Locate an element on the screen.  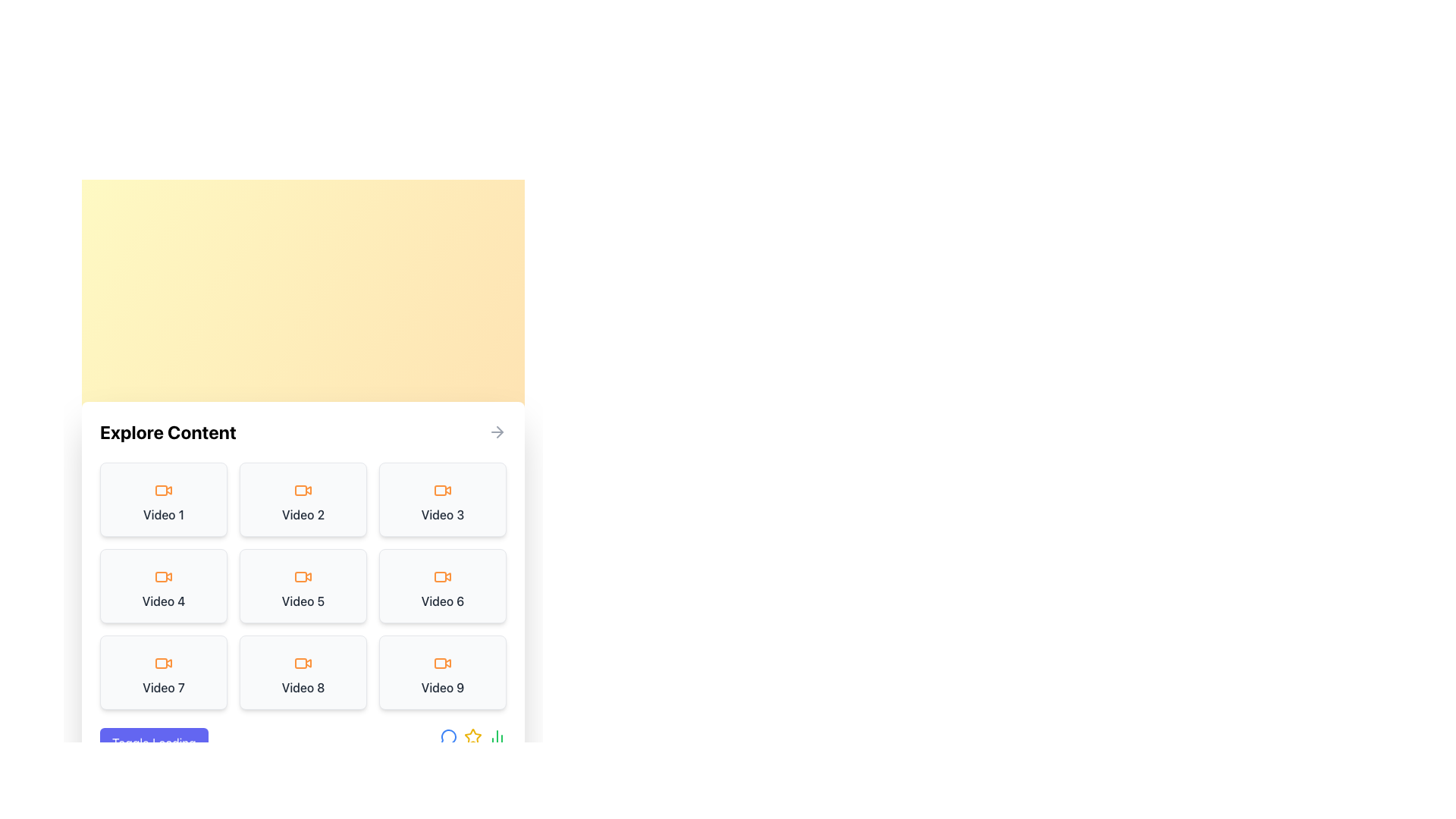
the text label in the second card of the first row in a 3x3 grid layout, which identifies the video card and is located below an orange video icon is located at coordinates (303, 513).